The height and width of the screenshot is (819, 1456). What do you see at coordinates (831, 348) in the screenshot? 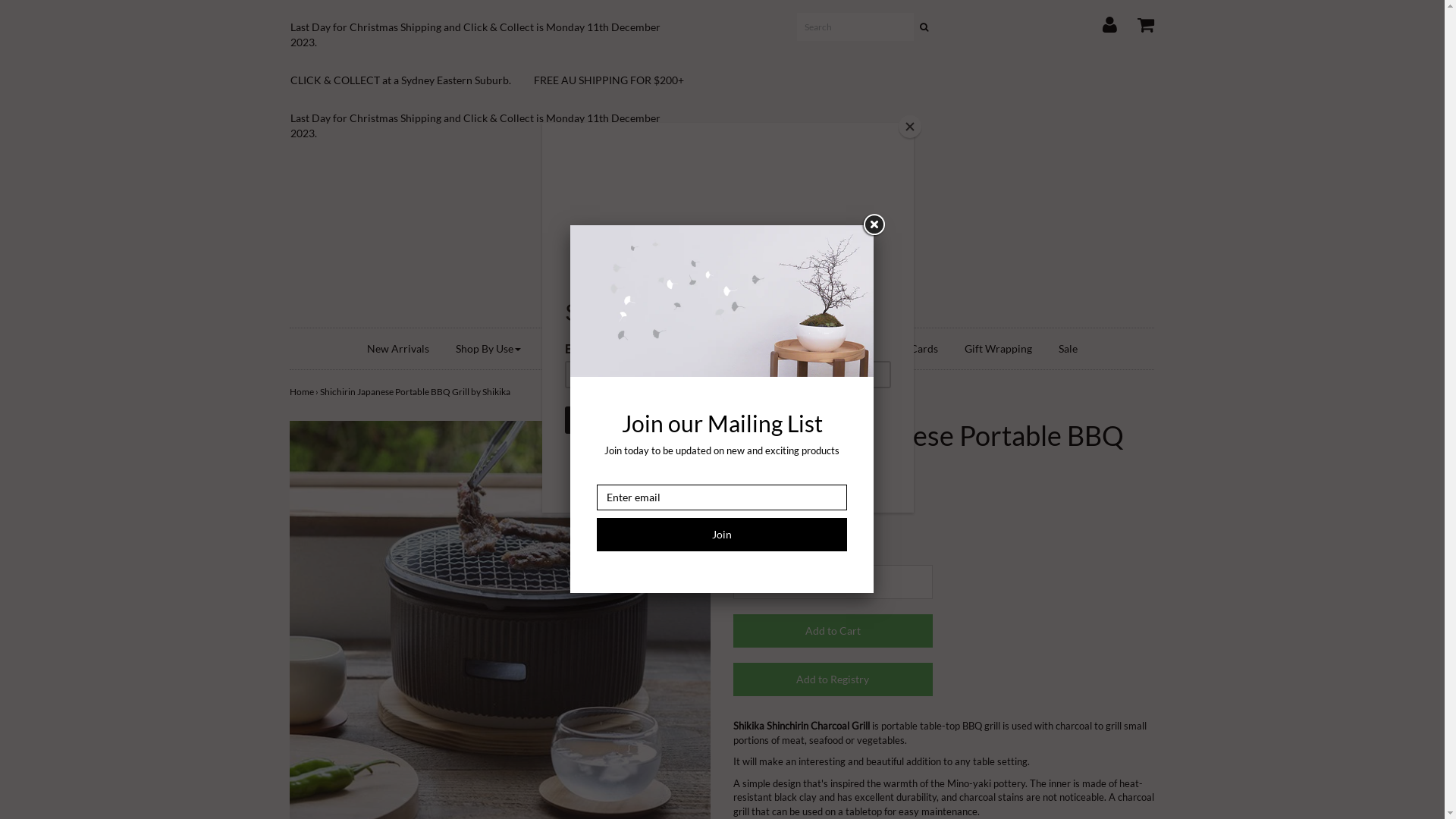
I see `'$50 or under'` at bounding box center [831, 348].